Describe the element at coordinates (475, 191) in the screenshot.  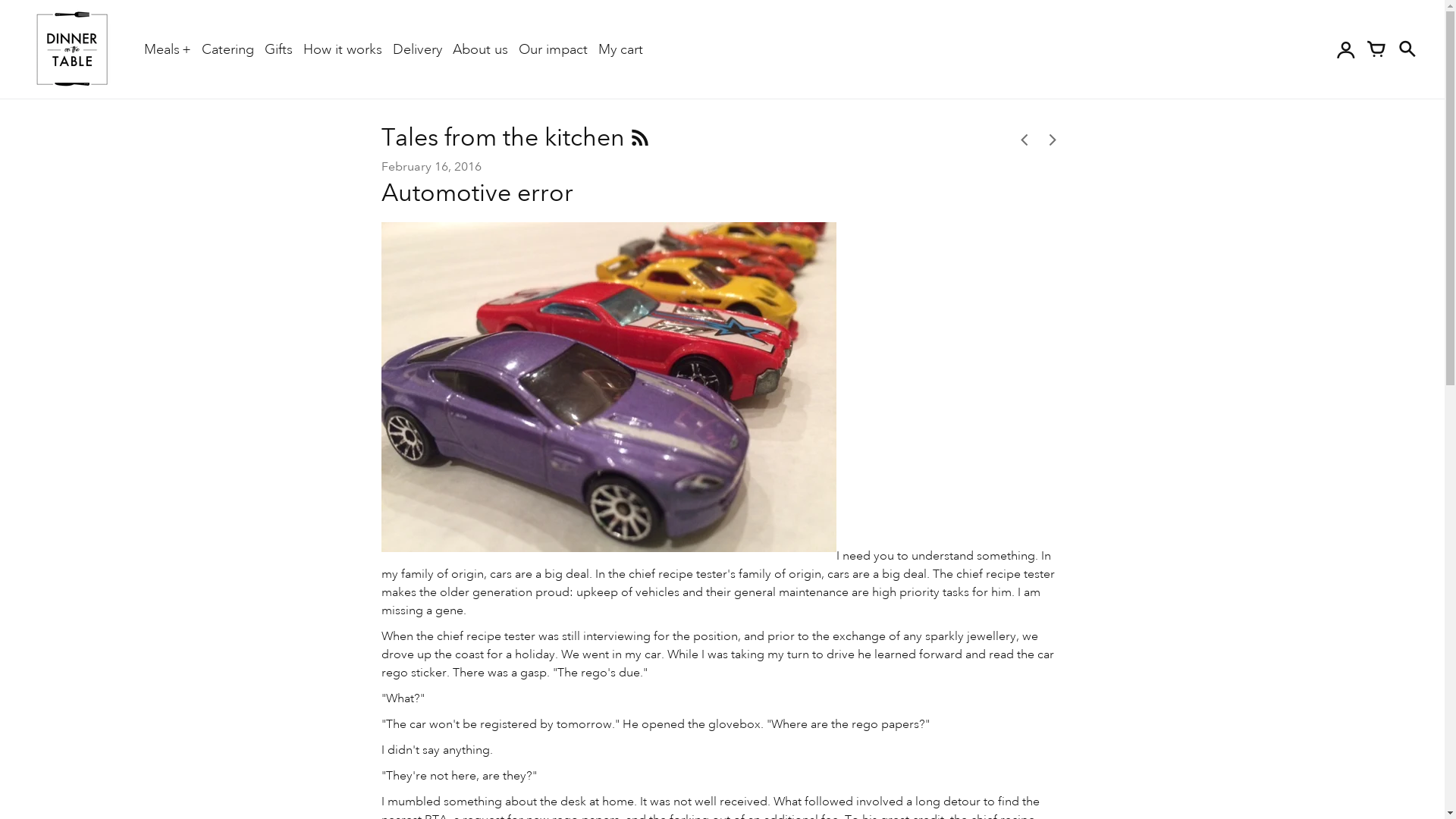
I see `'Automotive error'` at that location.